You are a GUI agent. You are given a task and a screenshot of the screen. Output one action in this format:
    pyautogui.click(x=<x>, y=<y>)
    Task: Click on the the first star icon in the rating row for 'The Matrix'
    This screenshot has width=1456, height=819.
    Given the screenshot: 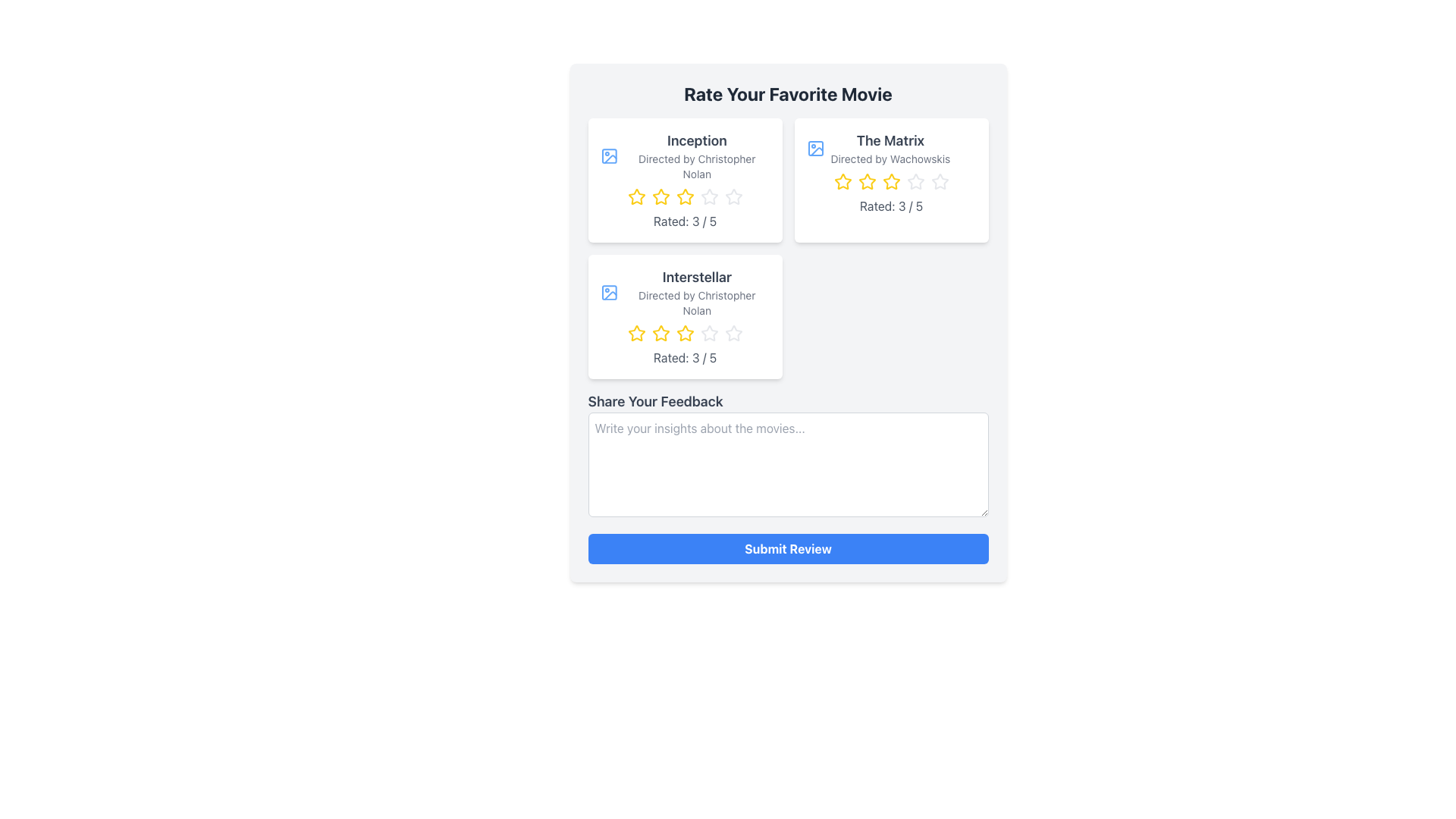 What is the action you would take?
    pyautogui.click(x=842, y=180)
    